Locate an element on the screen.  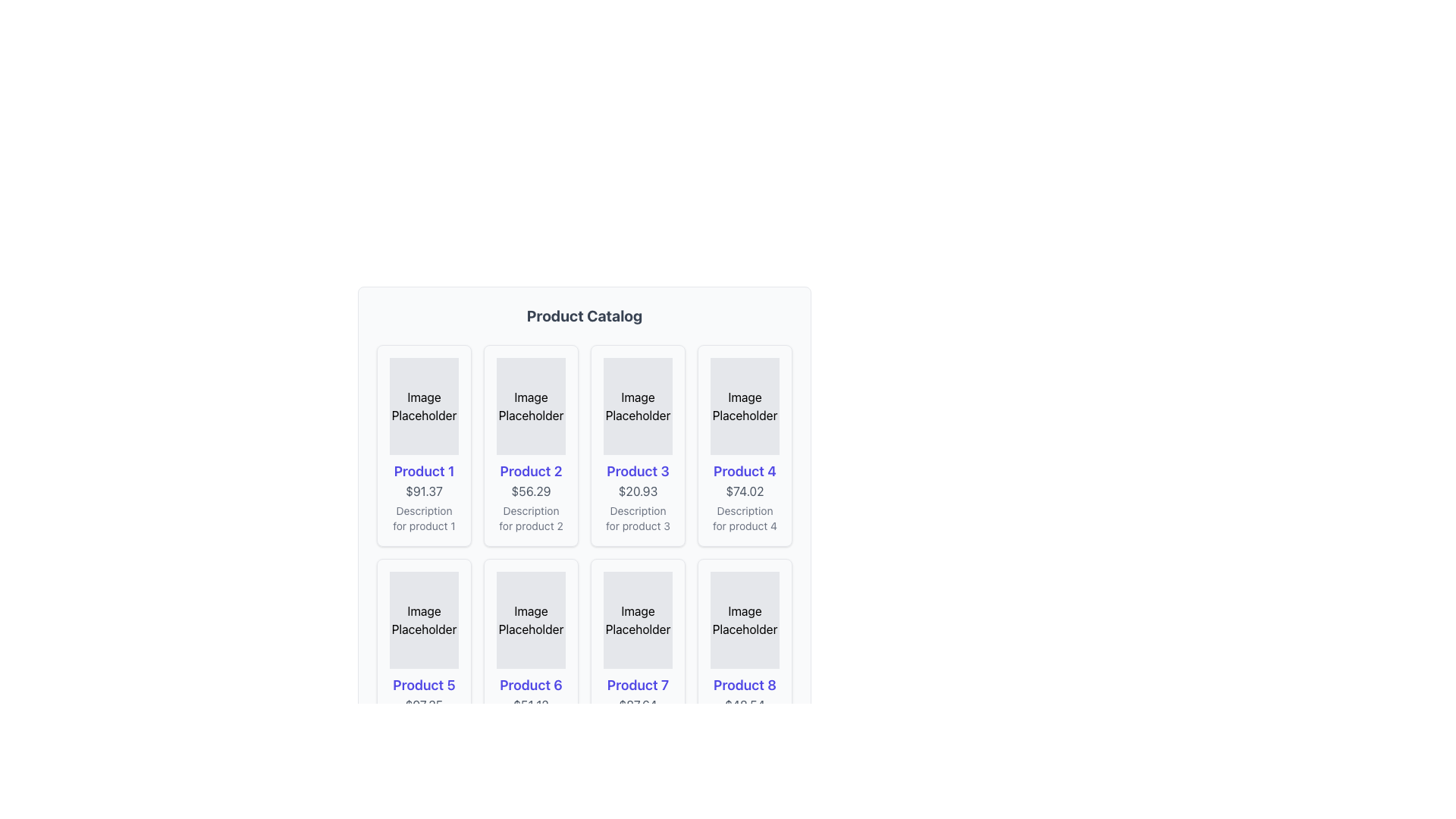
the static text element displaying 'Image Placeholder' in the second row of the grid layout corresponding to 'Product 6' is located at coordinates (531, 620).